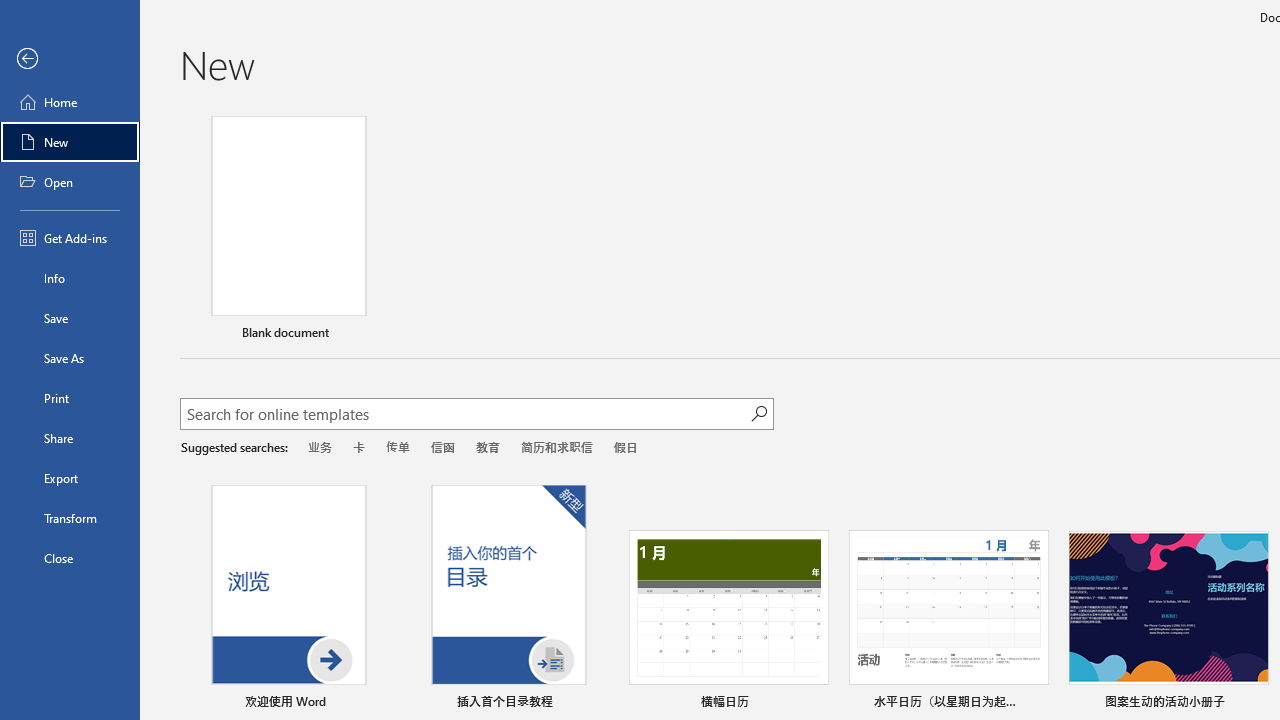 The image size is (1280, 720). Describe the element at coordinates (758, 412) in the screenshot. I see `'Start searching'` at that location.